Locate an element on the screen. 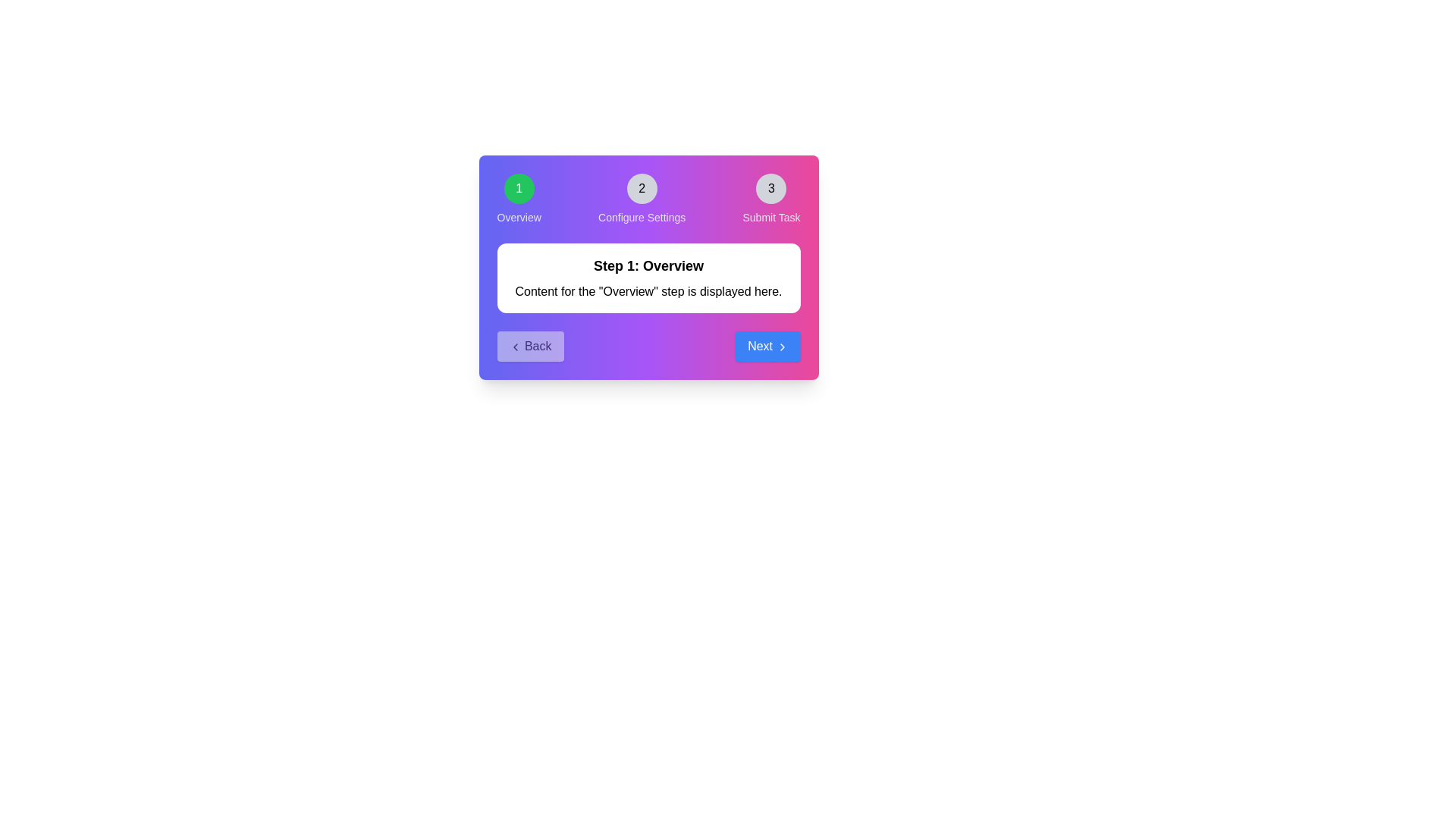 This screenshot has width=1456, height=819. the Back button to navigate the stepper is located at coordinates (530, 346).